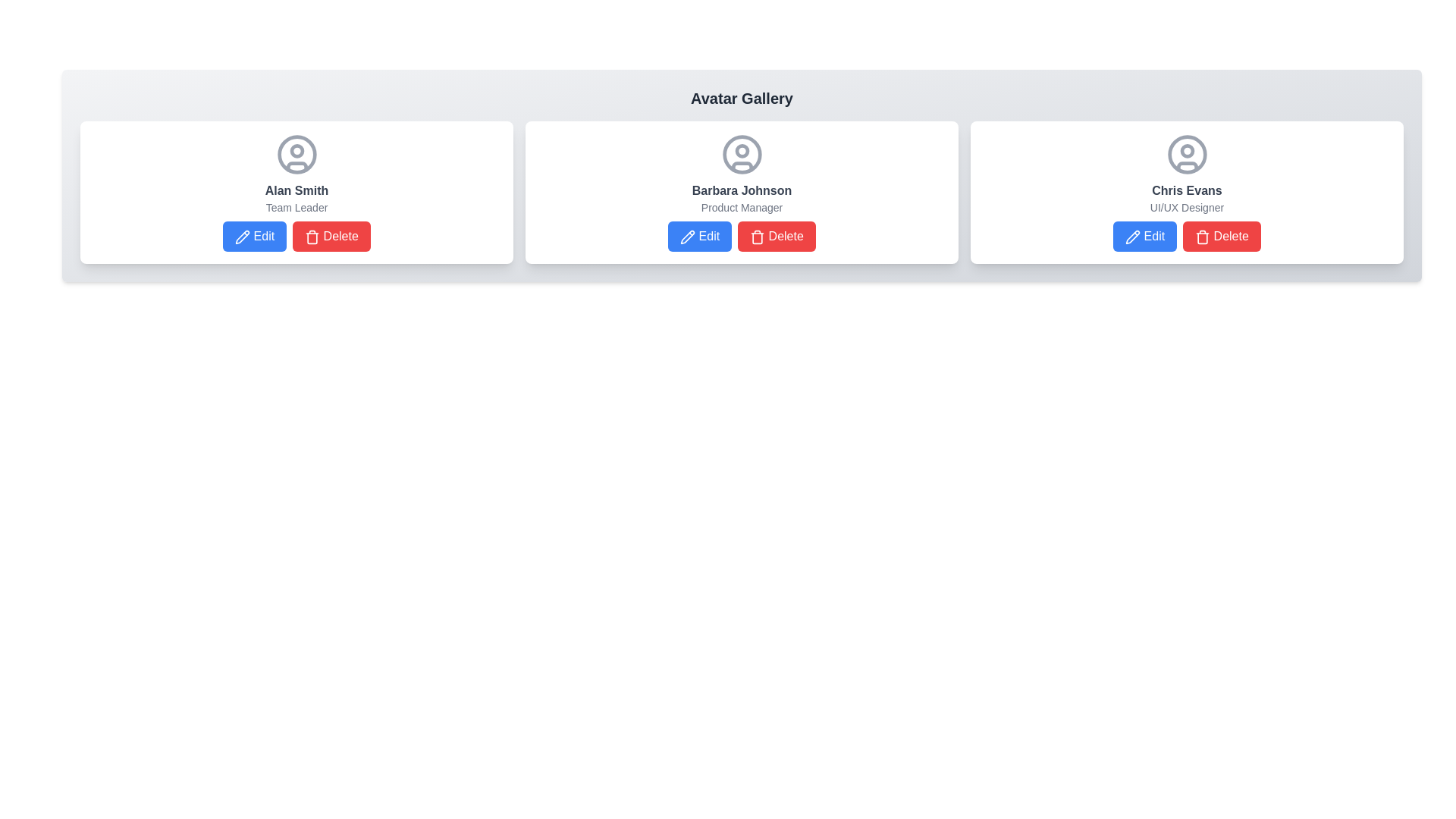 The image size is (1456, 819). I want to click on the Avatar Icon which is a circular figure with a gray outline and white fill located at the top center of the card labeled 'Chris Evans', so click(1186, 155).